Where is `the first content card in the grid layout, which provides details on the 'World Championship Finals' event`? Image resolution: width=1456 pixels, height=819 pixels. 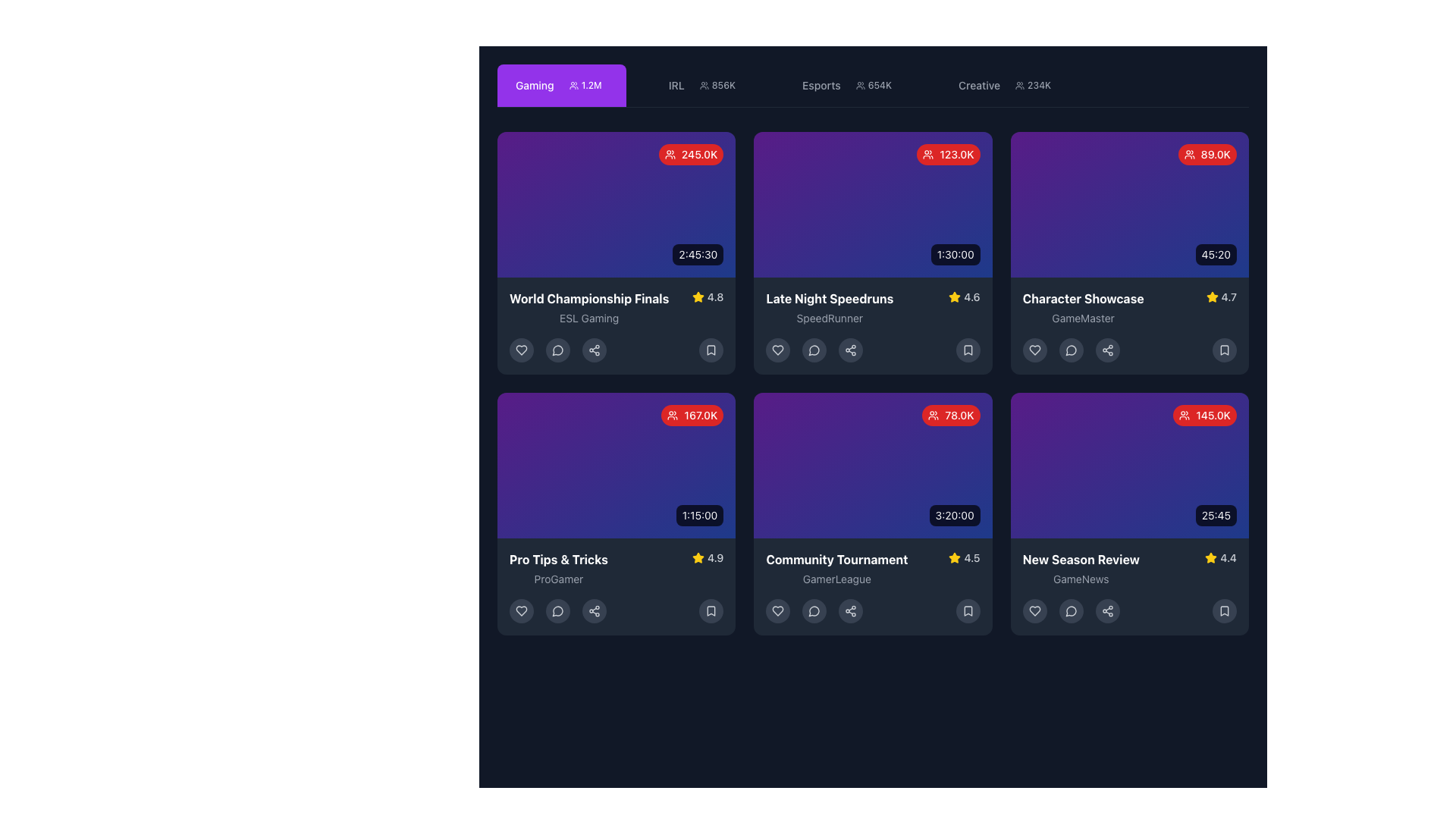
the first content card in the grid layout, which provides details on the 'World Championship Finals' event is located at coordinates (617, 253).